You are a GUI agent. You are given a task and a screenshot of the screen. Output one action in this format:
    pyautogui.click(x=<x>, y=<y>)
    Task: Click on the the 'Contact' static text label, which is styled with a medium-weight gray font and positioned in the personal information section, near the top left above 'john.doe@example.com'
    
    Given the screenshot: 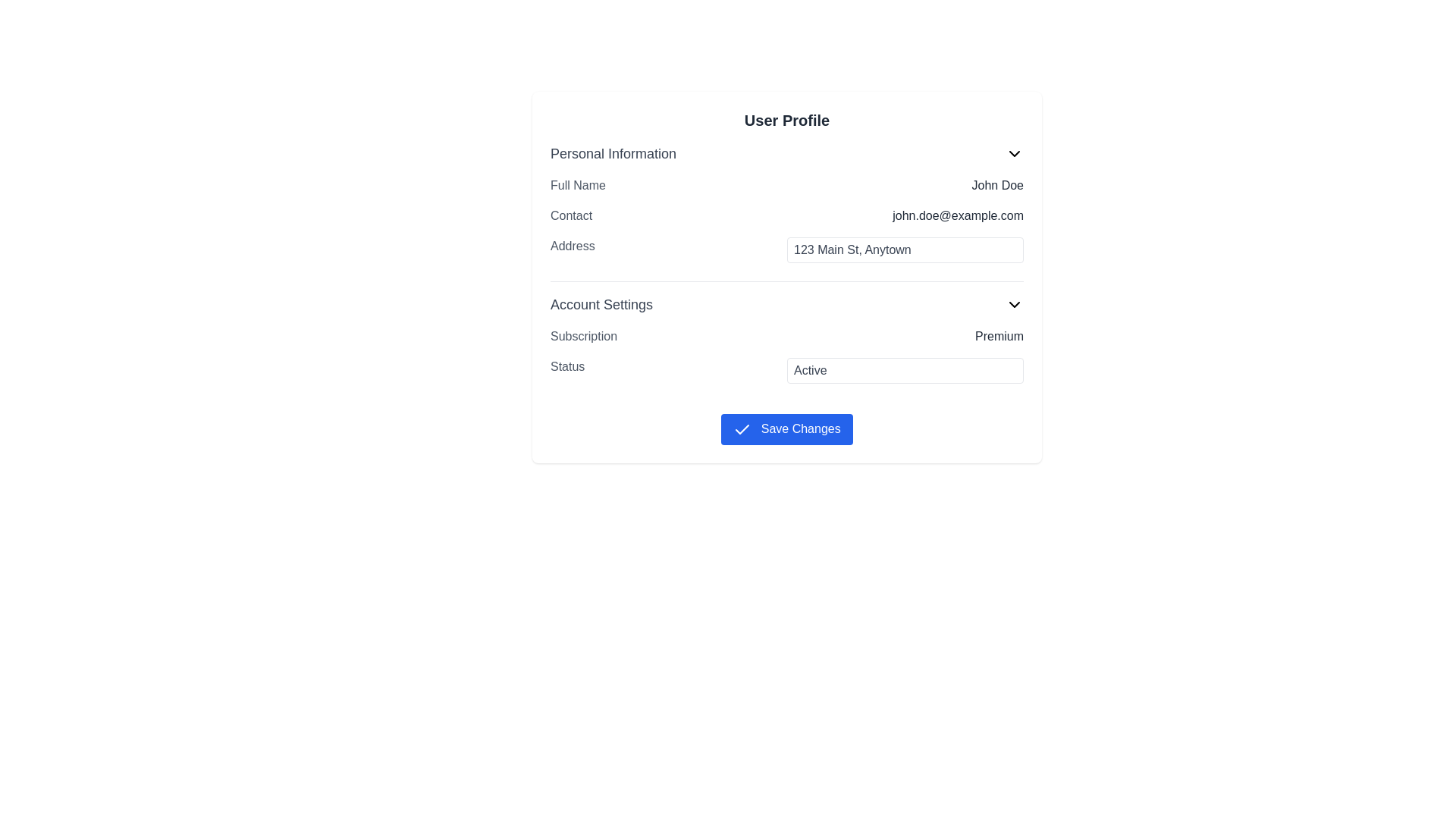 What is the action you would take?
    pyautogui.click(x=570, y=216)
    